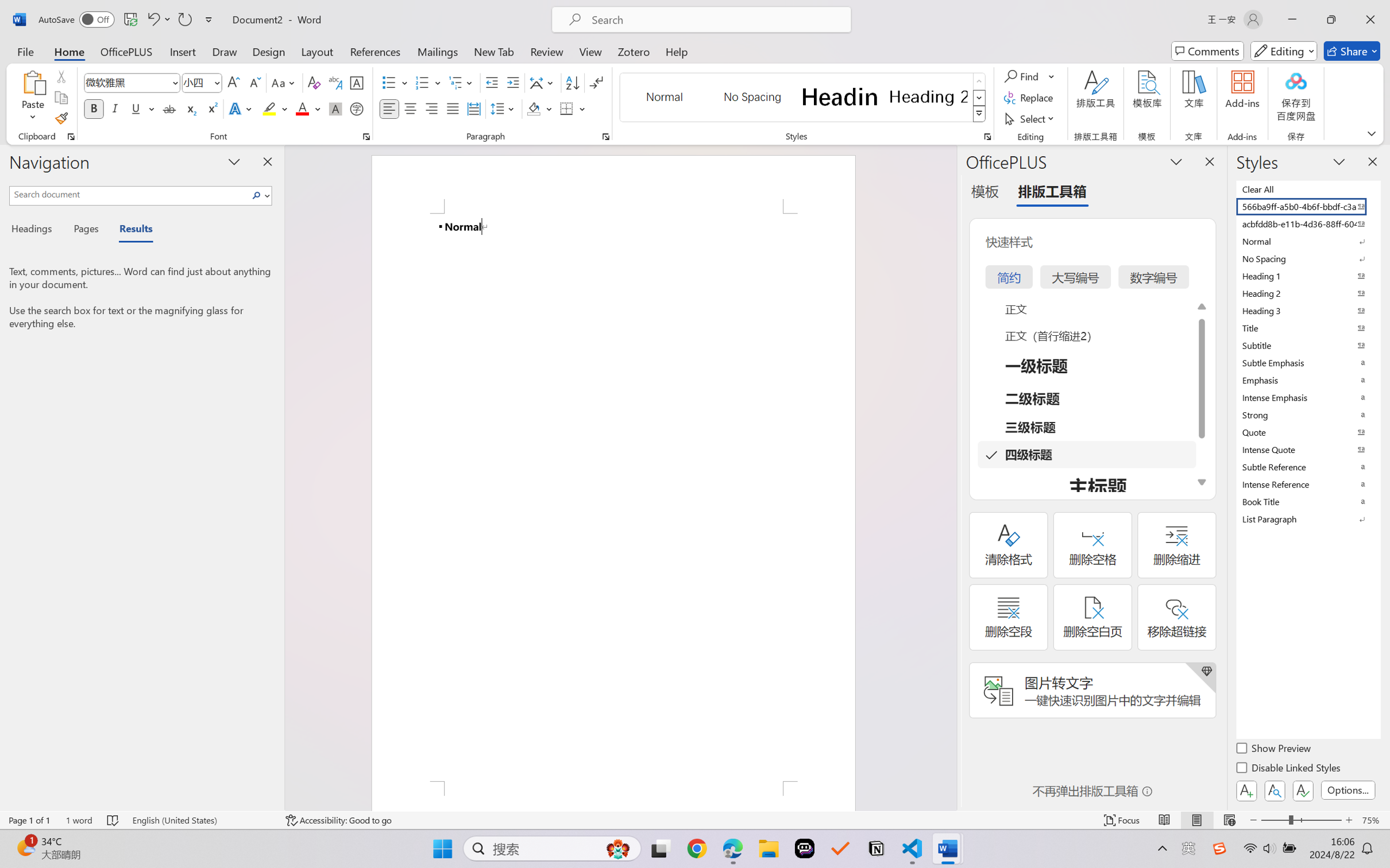  Describe the element at coordinates (1307, 327) in the screenshot. I see `'Title'` at that location.